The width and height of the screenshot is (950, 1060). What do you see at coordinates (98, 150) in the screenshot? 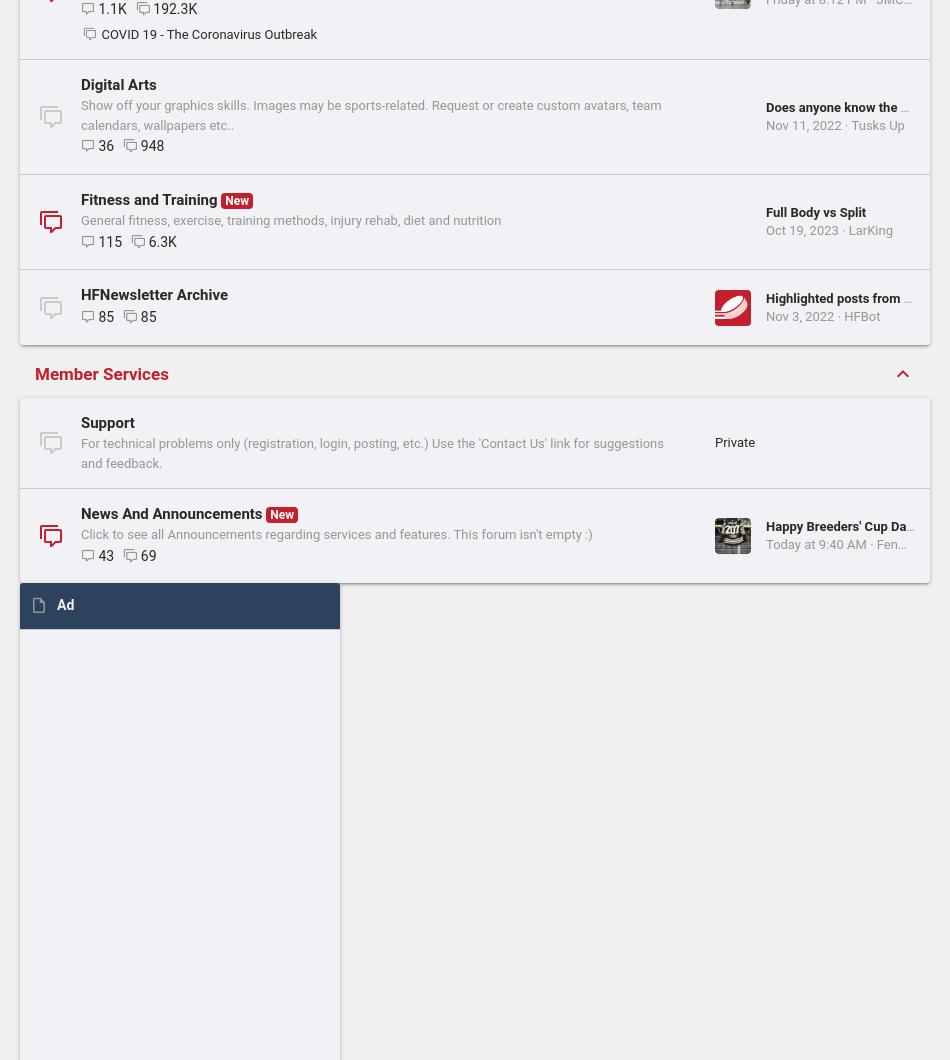
I see `'896'` at bounding box center [98, 150].